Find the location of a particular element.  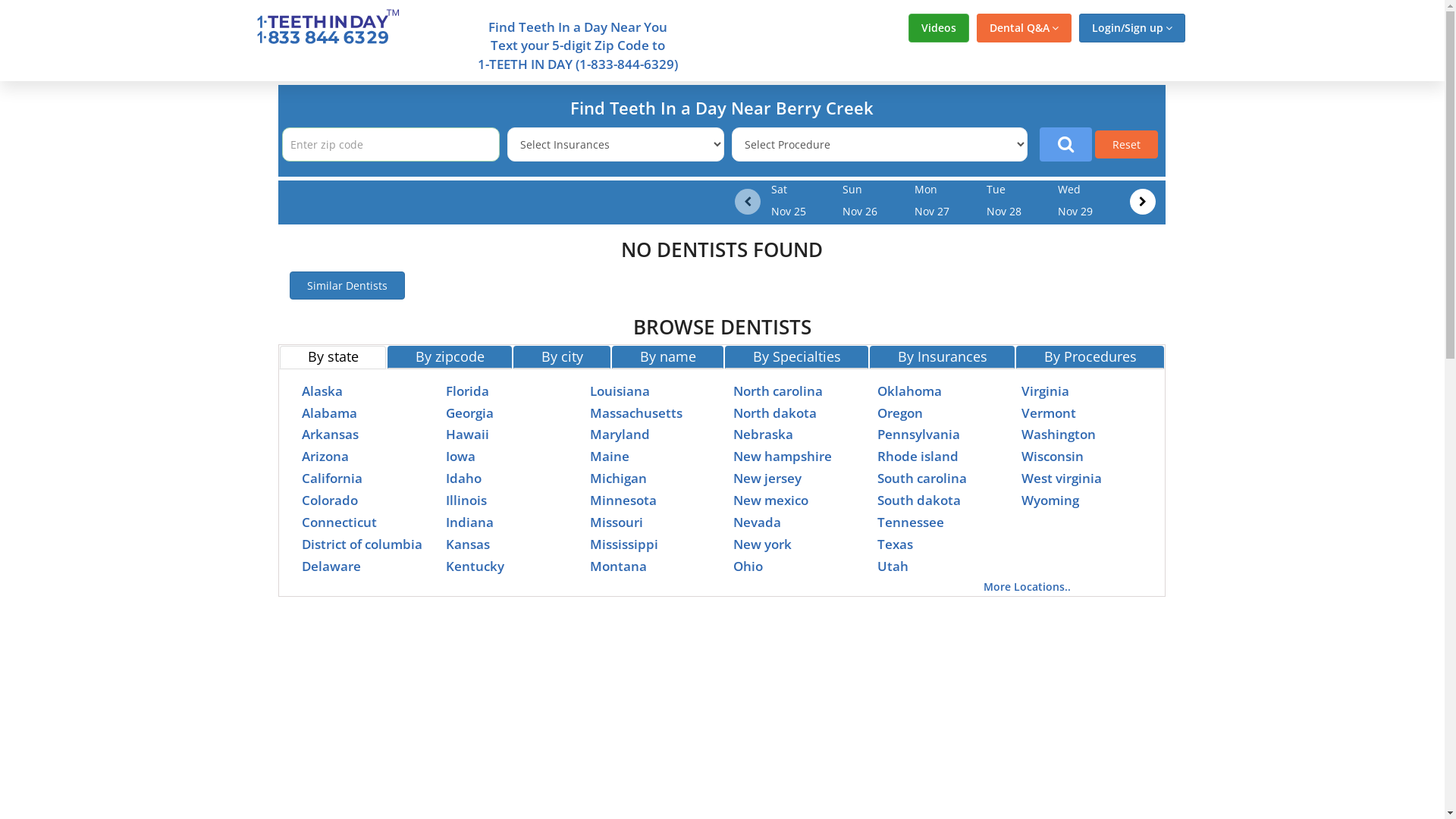

'Indiana' is located at coordinates (469, 521).